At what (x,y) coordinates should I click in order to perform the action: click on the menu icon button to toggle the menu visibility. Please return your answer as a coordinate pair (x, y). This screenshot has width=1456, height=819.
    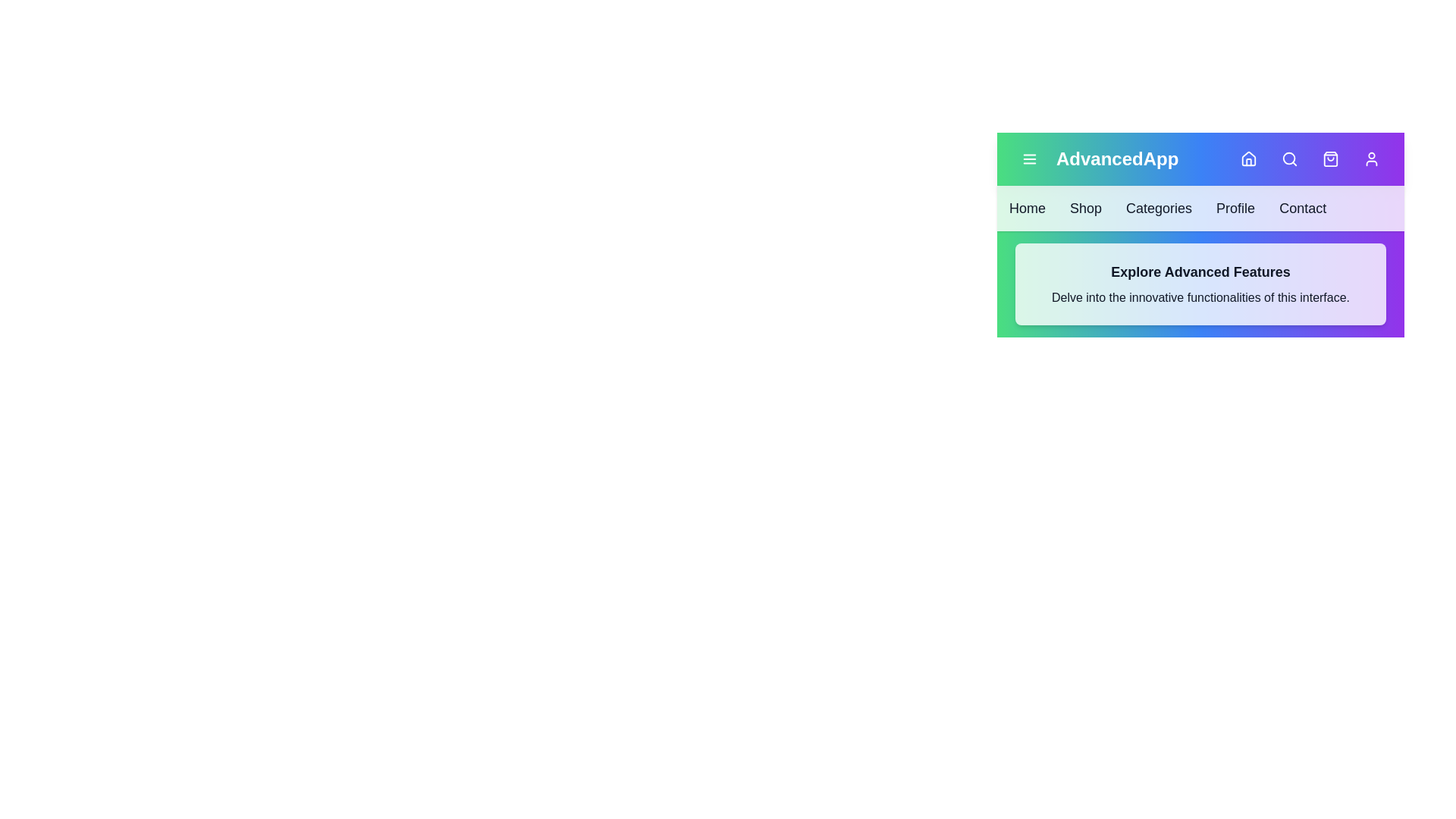
    Looking at the image, I should click on (1030, 158).